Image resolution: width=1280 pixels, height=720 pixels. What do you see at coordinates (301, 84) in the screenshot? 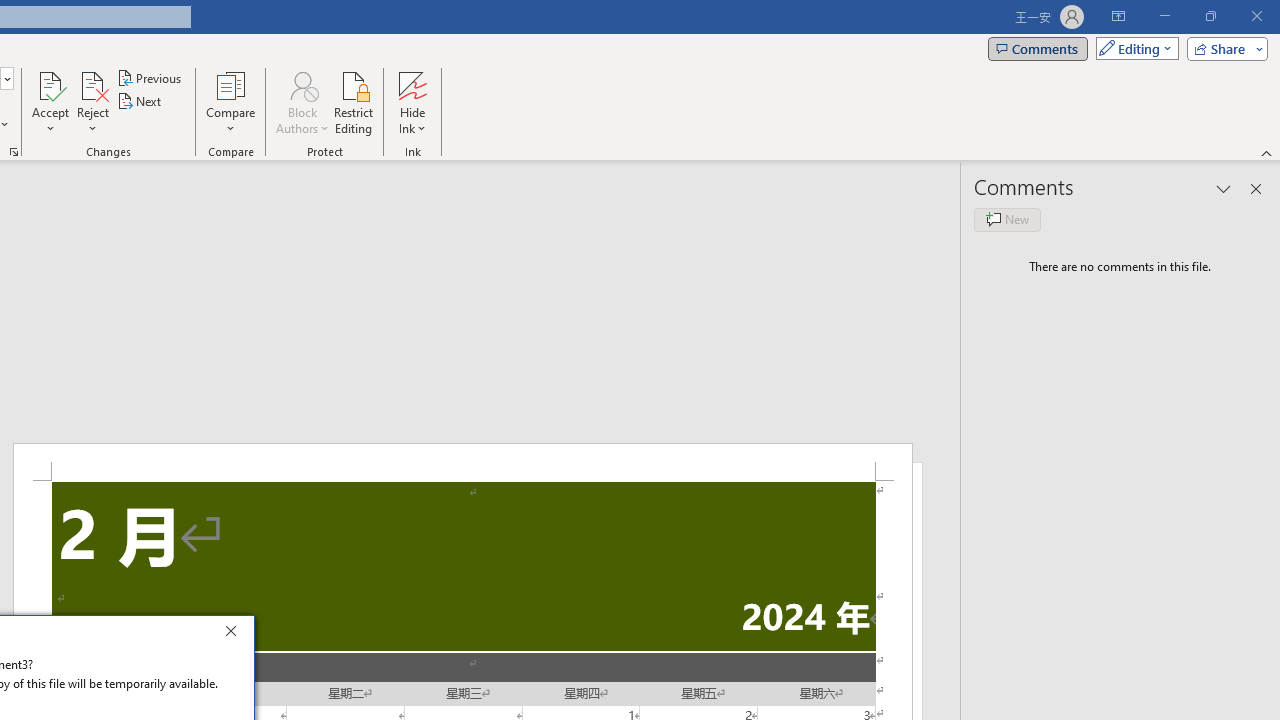
I see `'Block Authors'` at bounding box center [301, 84].